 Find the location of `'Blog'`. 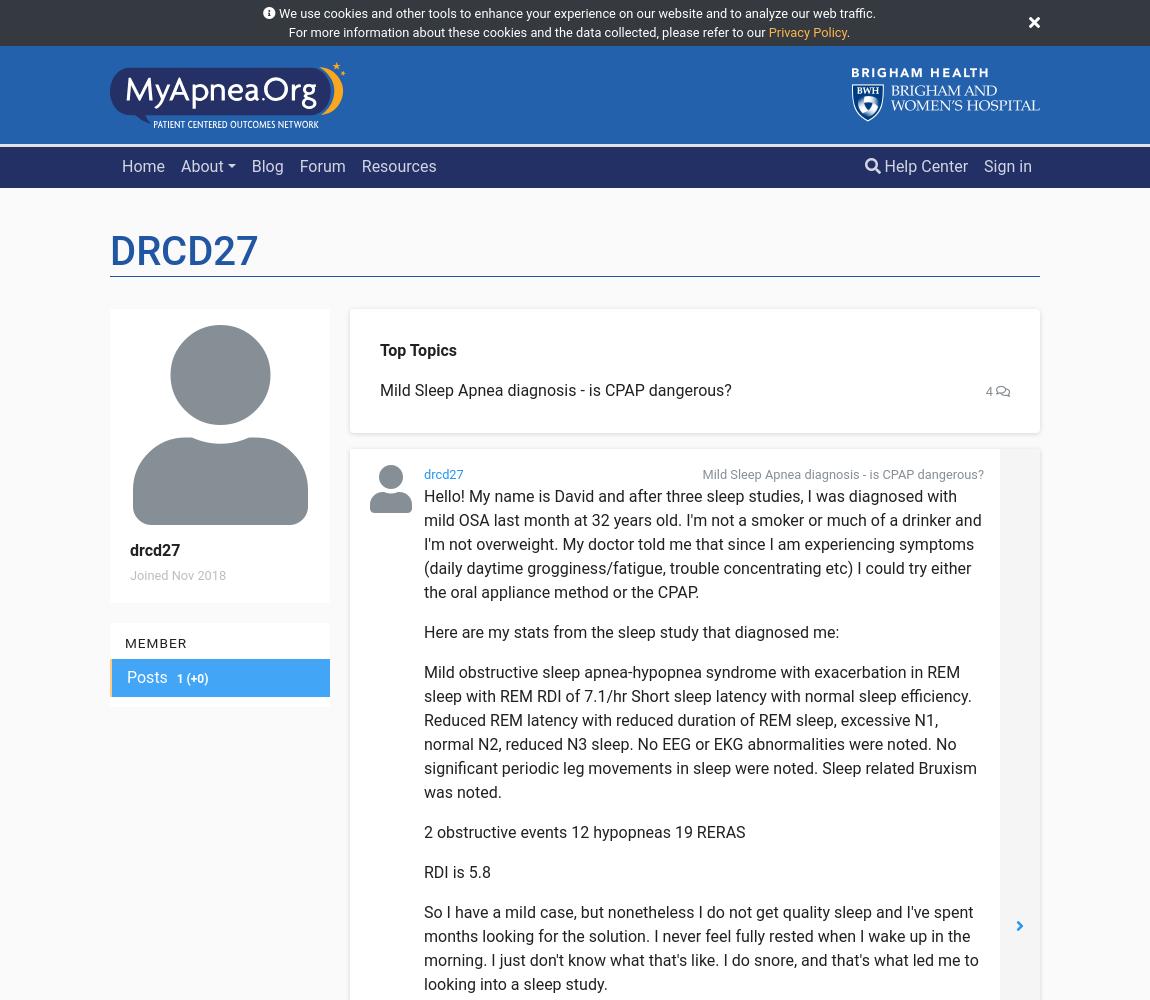

'Blog' is located at coordinates (250, 166).